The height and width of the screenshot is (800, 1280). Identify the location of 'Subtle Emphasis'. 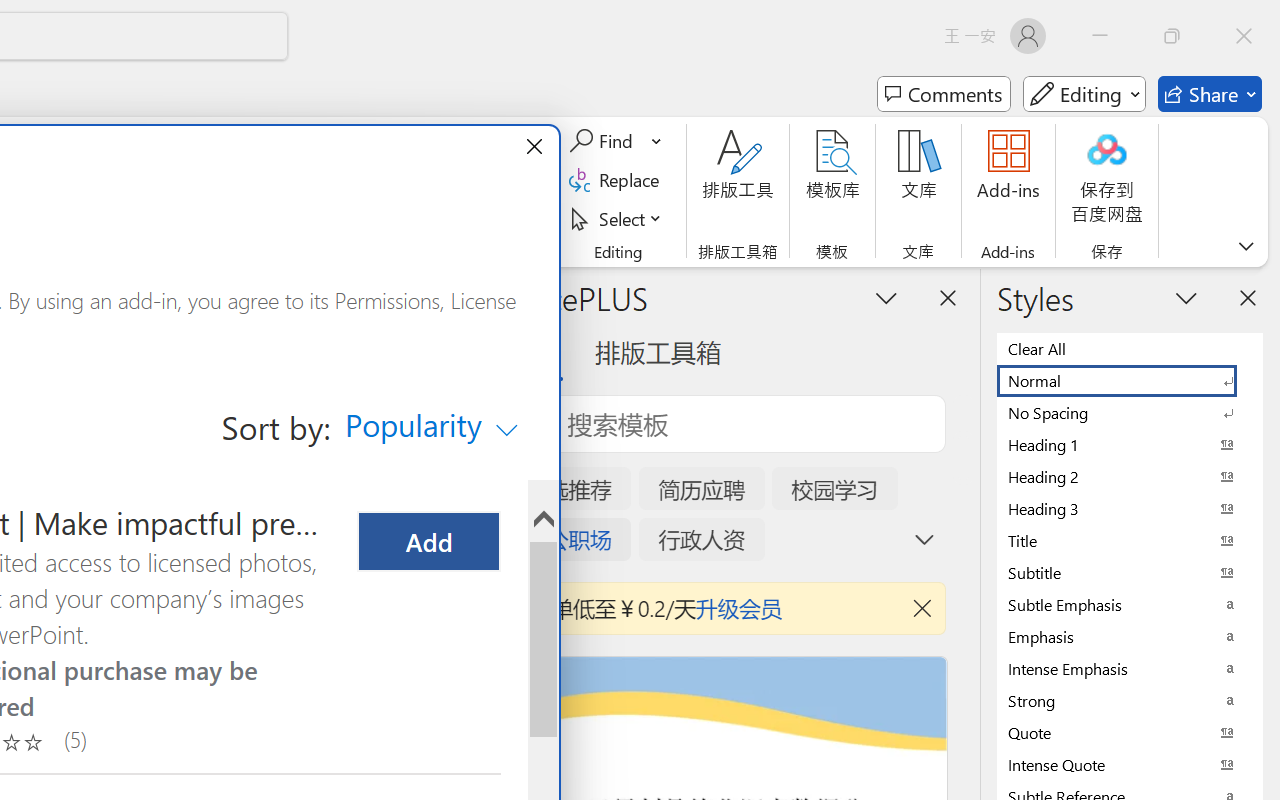
(1130, 604).